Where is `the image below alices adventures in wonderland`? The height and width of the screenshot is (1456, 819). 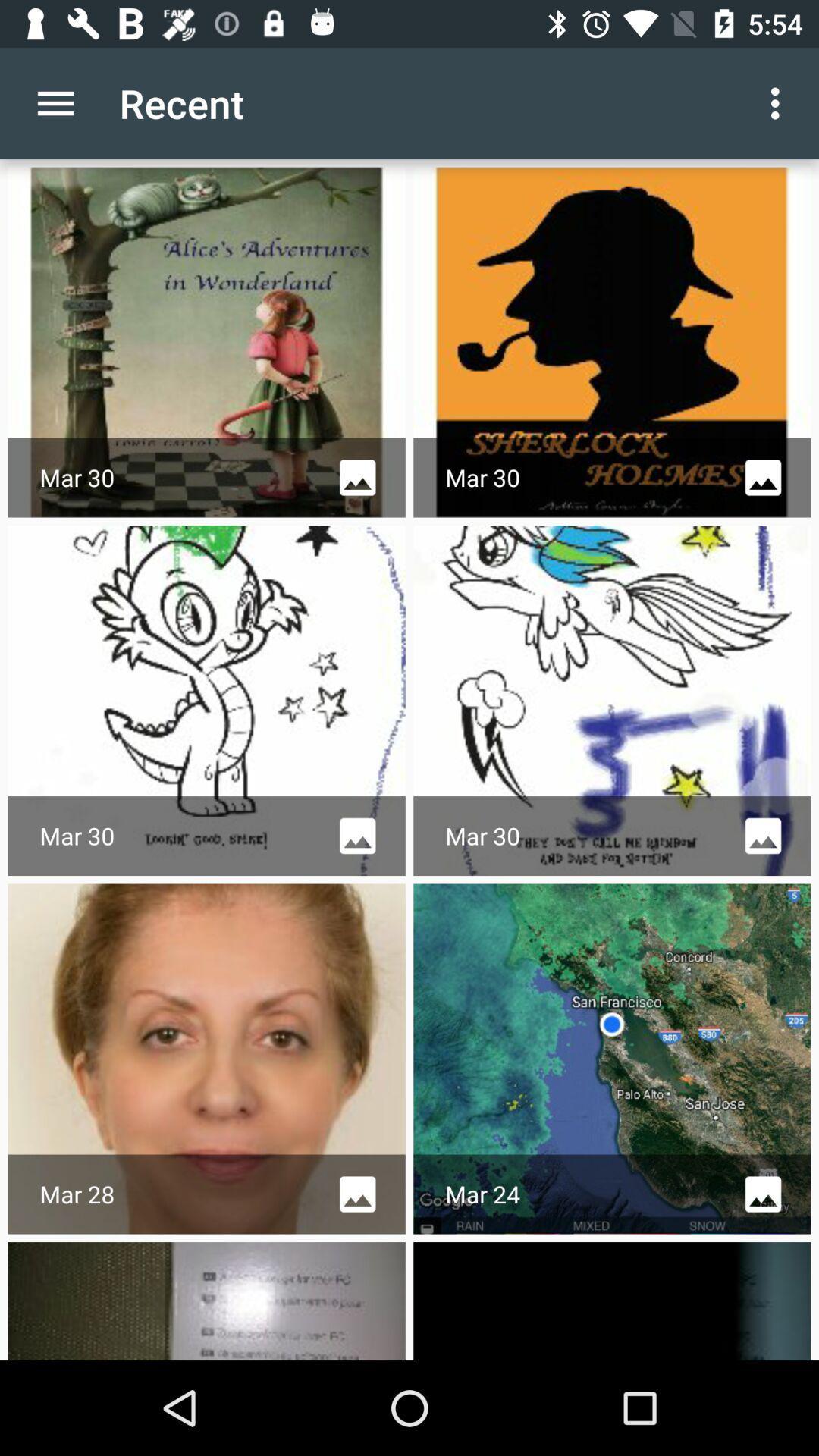 the image below alices adventures in wonderland is located at coordinates (207, 700).